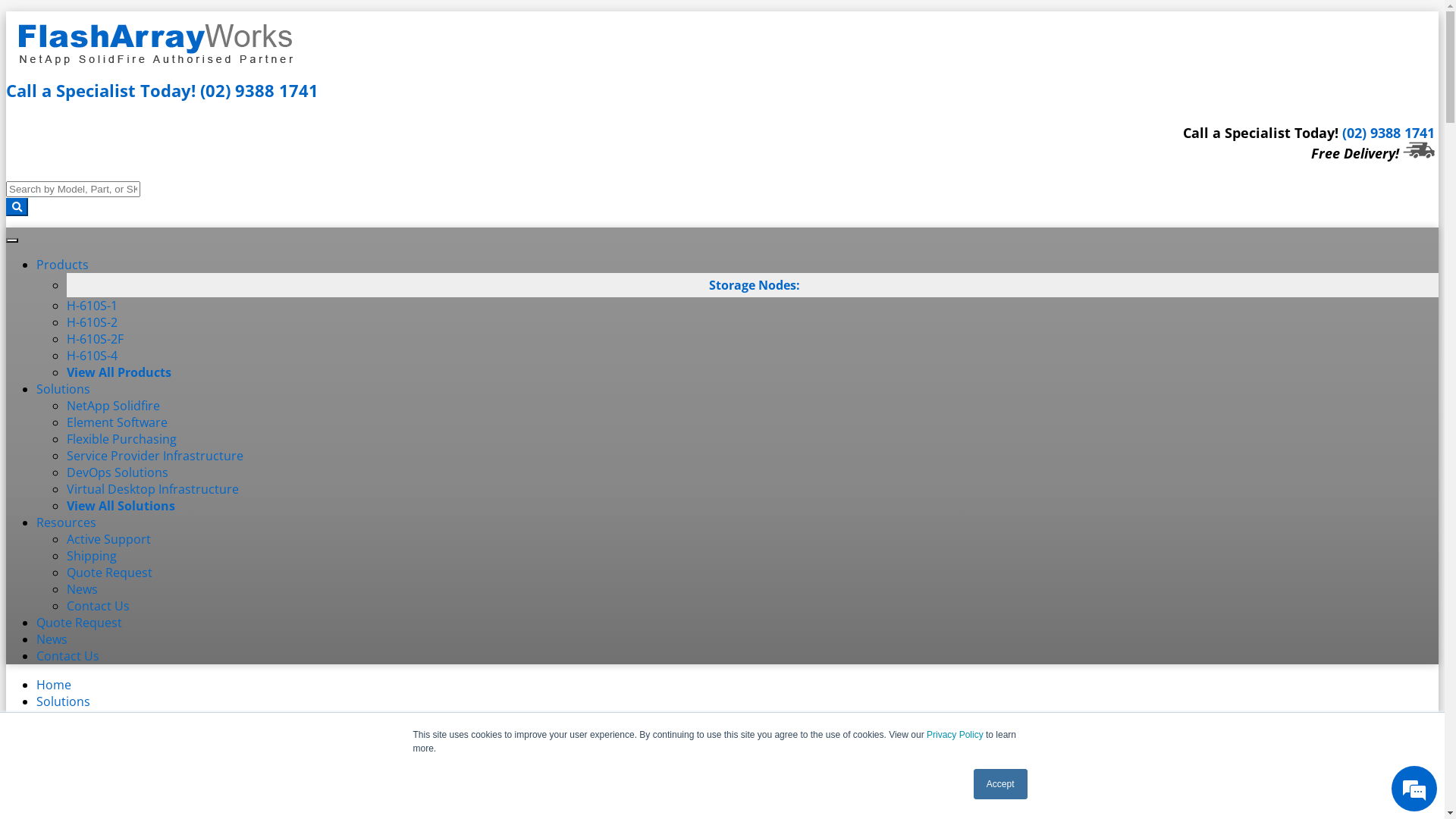 Image resolution: width=1456 pixels, height=819 pixels. I want to click on 'Virtual Desktop Infrastructure', so click(152, 488).